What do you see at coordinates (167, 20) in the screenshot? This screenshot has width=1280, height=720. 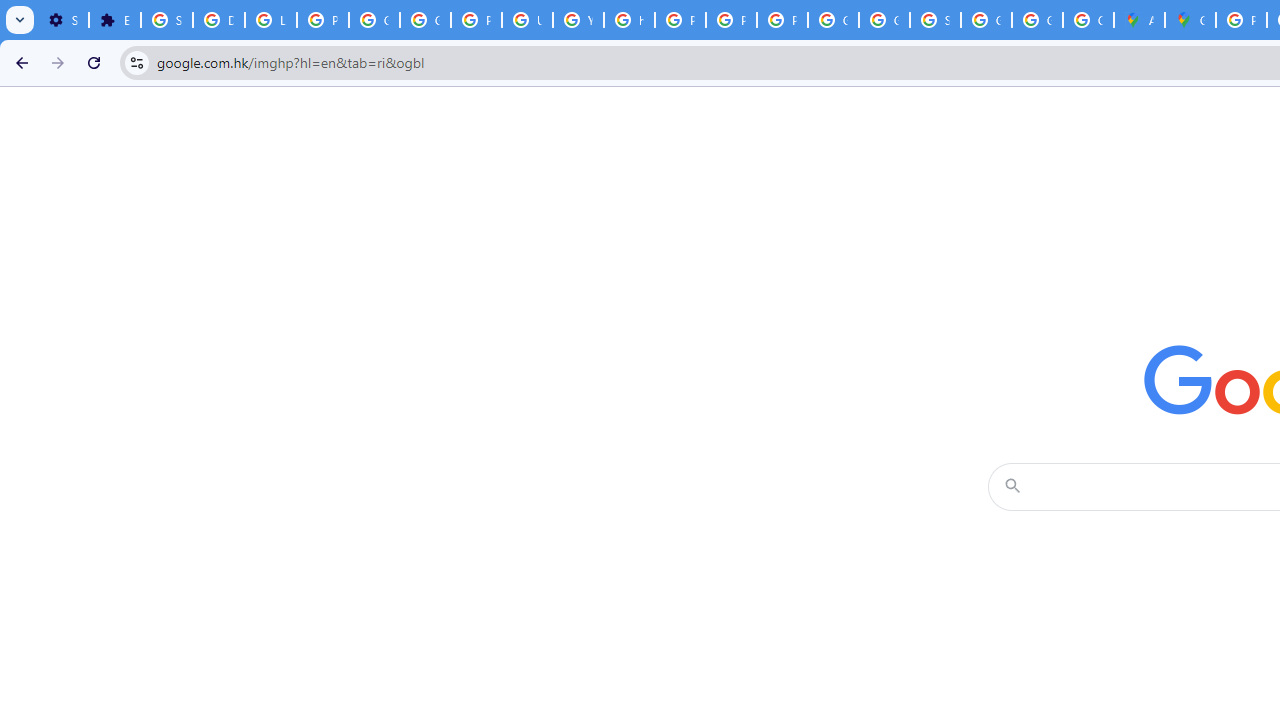 I see `'Sign in - Google Accounts'` at bounding box center [167, 20].